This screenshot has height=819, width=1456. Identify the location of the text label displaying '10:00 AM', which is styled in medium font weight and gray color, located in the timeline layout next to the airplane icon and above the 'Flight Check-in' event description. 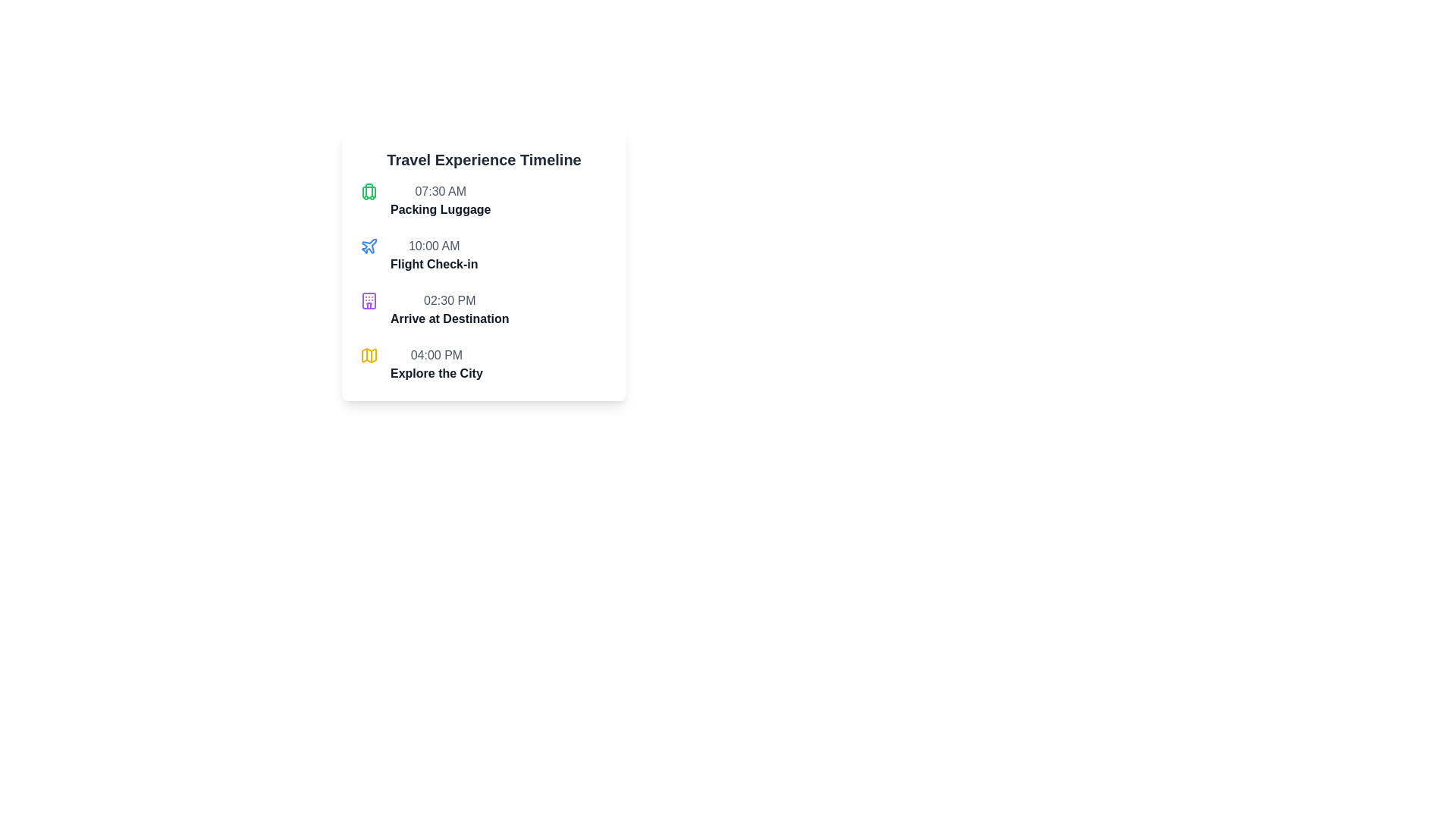
(433, 245).